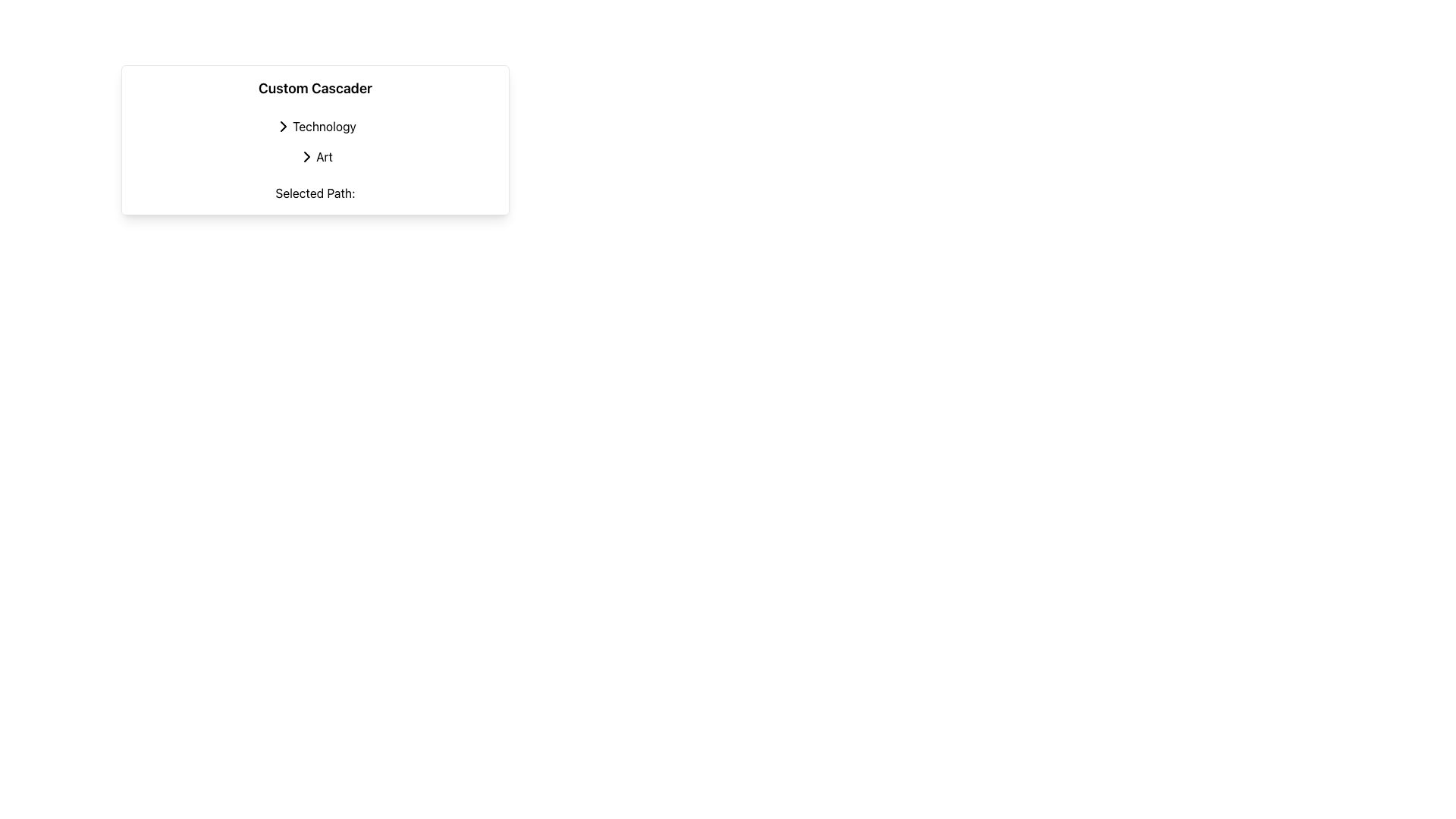 The image size is (1456, 819). Describe the element at coordinates (315, 157) in the screenshot. I see `the 'Art' interactive menu option, which features a text label and a right-pointing chevron icon, located below the 'Technology' label in the 'Custom Cascader' section` at that location.